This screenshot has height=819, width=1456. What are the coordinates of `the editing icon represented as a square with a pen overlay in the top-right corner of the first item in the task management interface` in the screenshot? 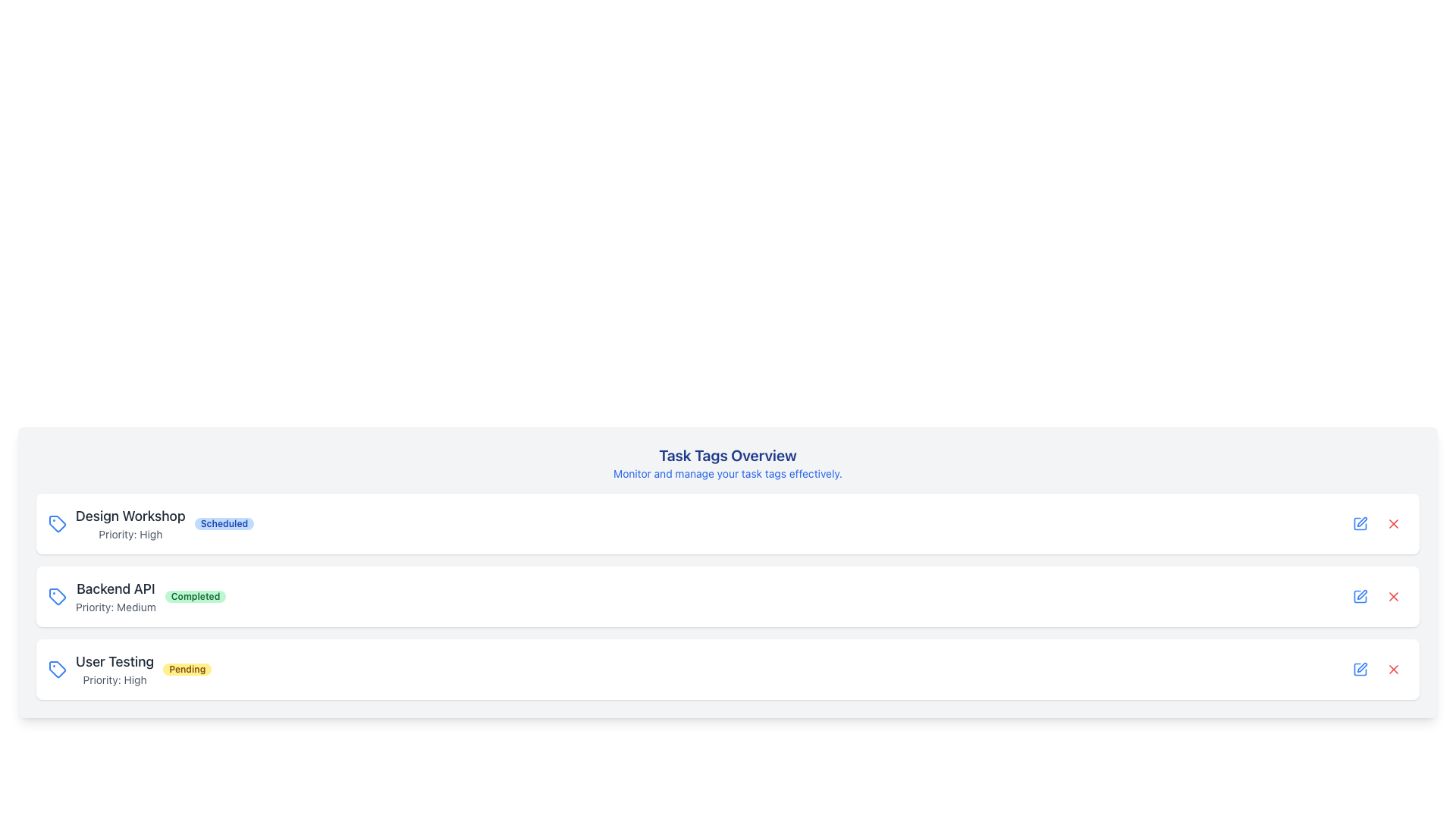 It's located at (1360, 522).